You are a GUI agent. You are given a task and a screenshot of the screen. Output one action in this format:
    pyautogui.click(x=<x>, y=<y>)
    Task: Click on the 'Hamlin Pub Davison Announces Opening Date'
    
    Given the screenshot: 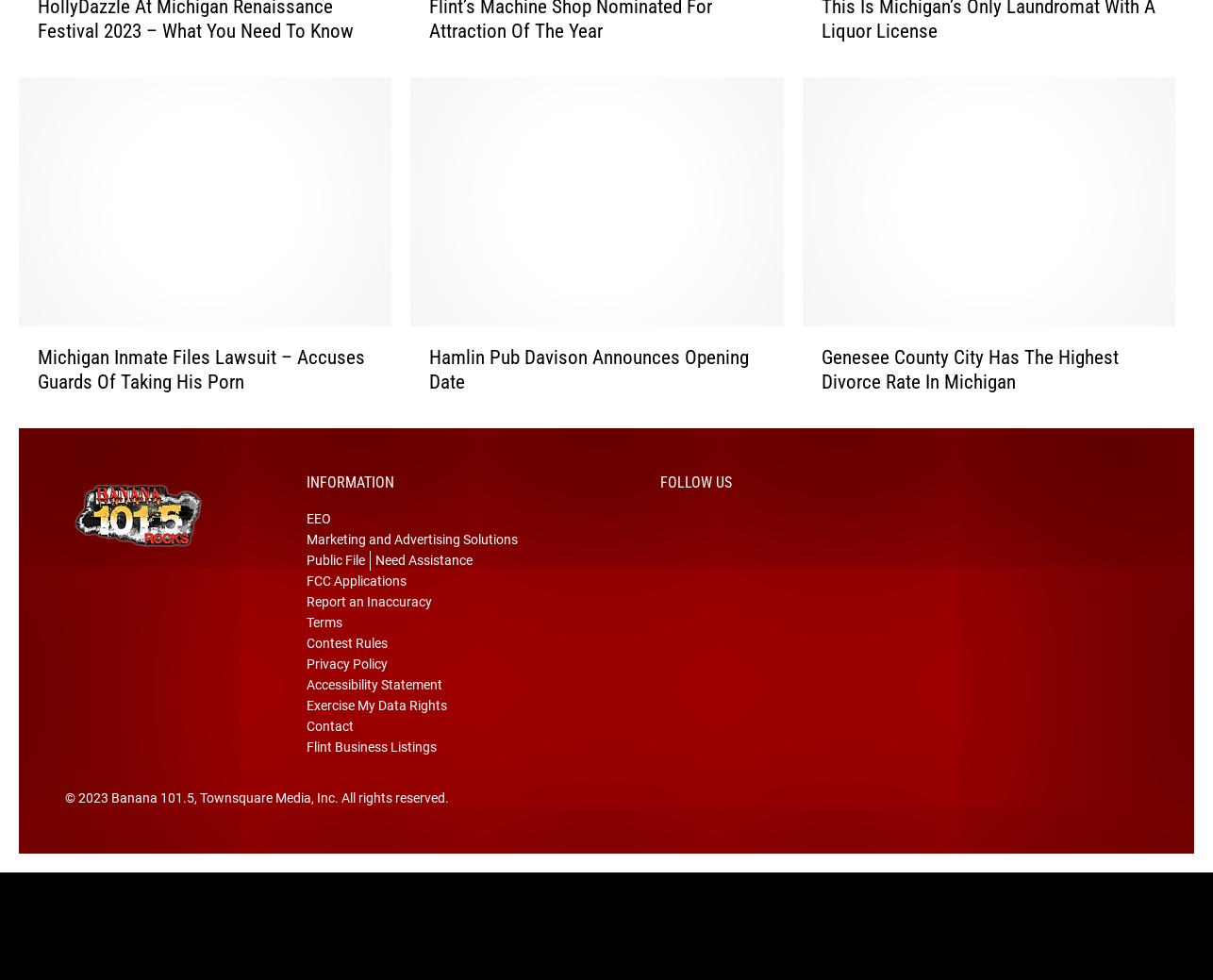 What is the action you would take?
    pyautogui.click(x=588, y=392)
    